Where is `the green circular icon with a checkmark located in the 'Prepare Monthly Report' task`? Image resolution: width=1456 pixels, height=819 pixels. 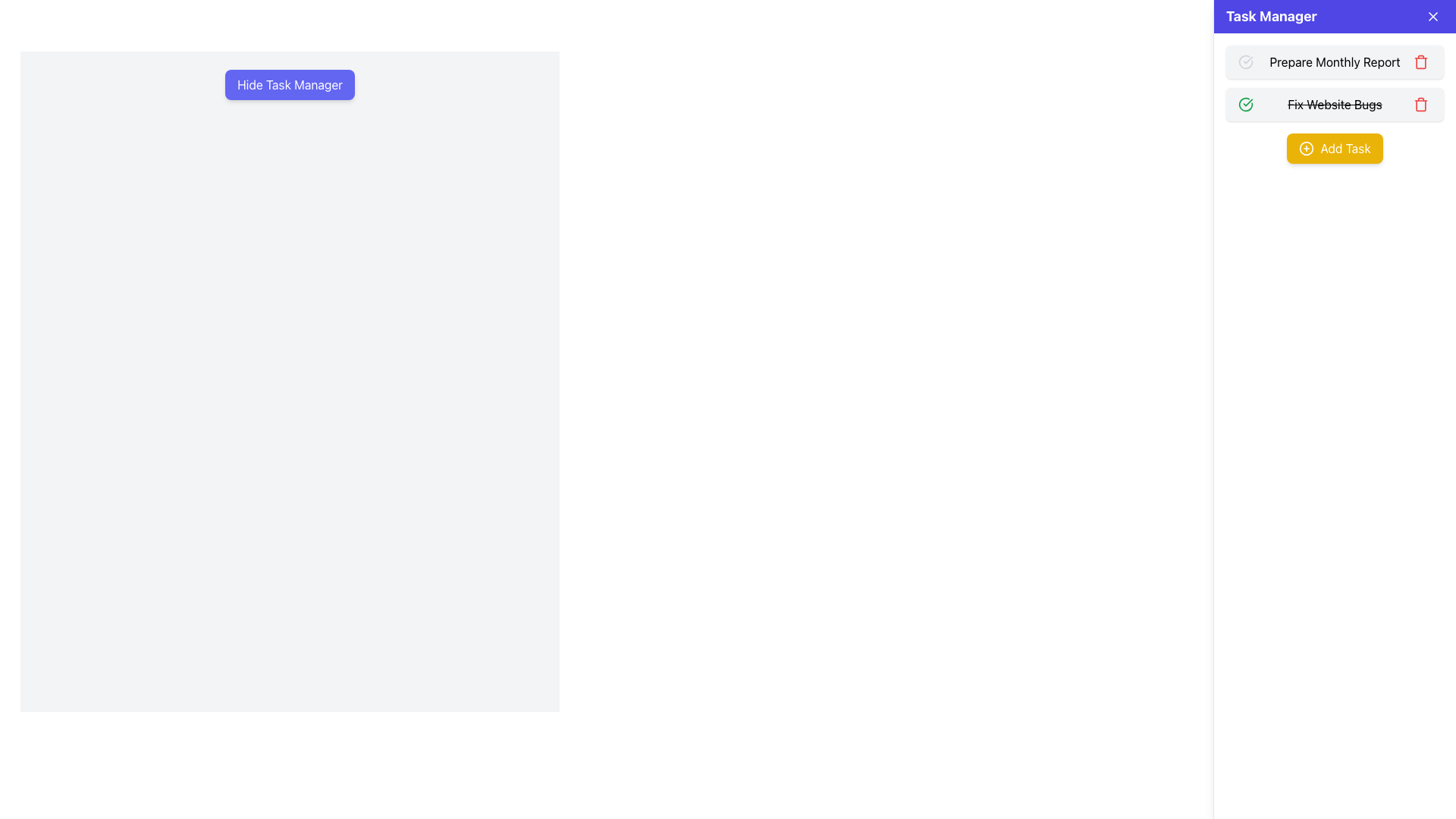
the green circular icon with a checkmark located in the 'Prepare Monthly Report' task is located at coordinates (1245, 61).